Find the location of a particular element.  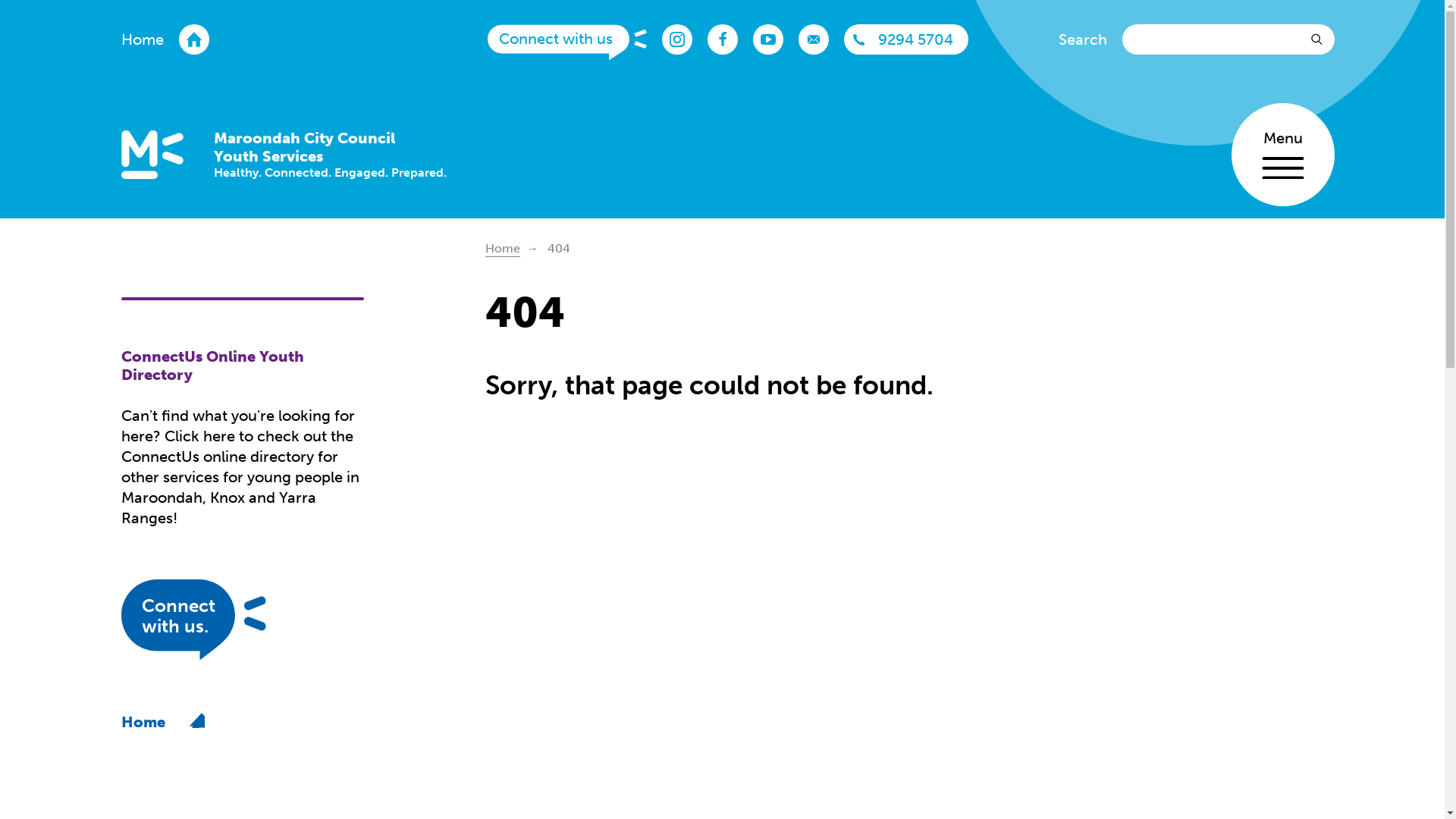

'Home' is located at coordinates (484, 248).